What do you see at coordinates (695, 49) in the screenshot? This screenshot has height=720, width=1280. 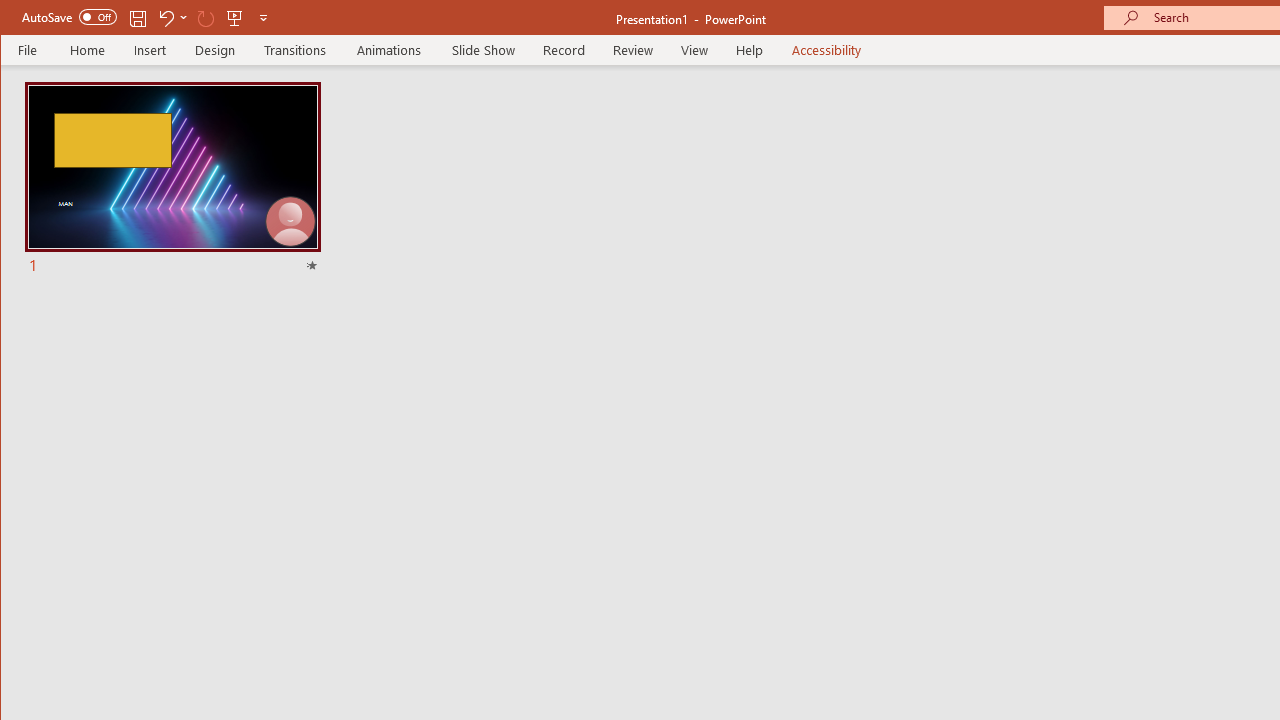 I see `'View'` at bounding box center [695, 49].